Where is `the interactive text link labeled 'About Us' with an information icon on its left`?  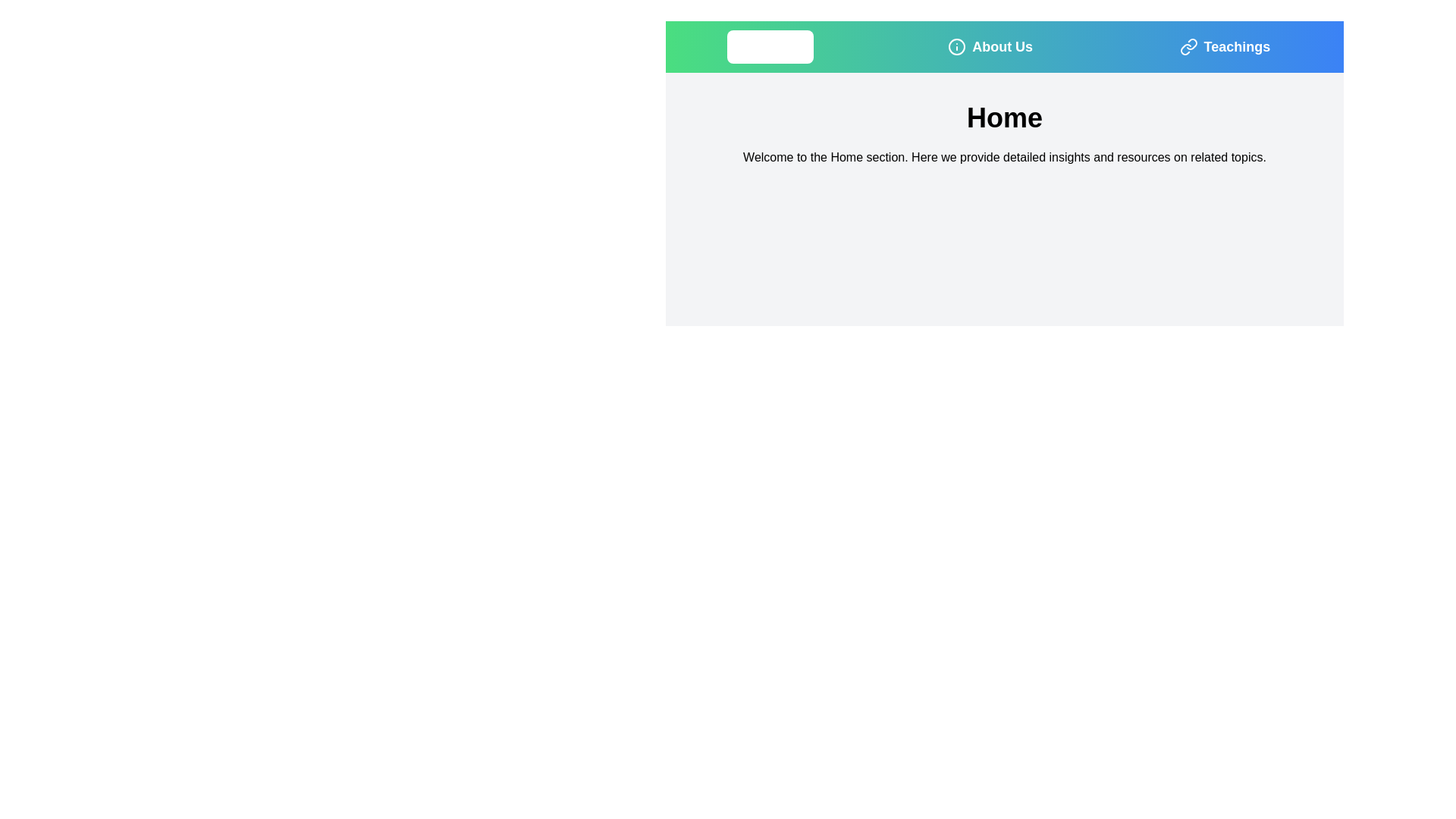
the interactive text link labeled 'About Us' with an information icon on its left is located at coordinates (990, 45).